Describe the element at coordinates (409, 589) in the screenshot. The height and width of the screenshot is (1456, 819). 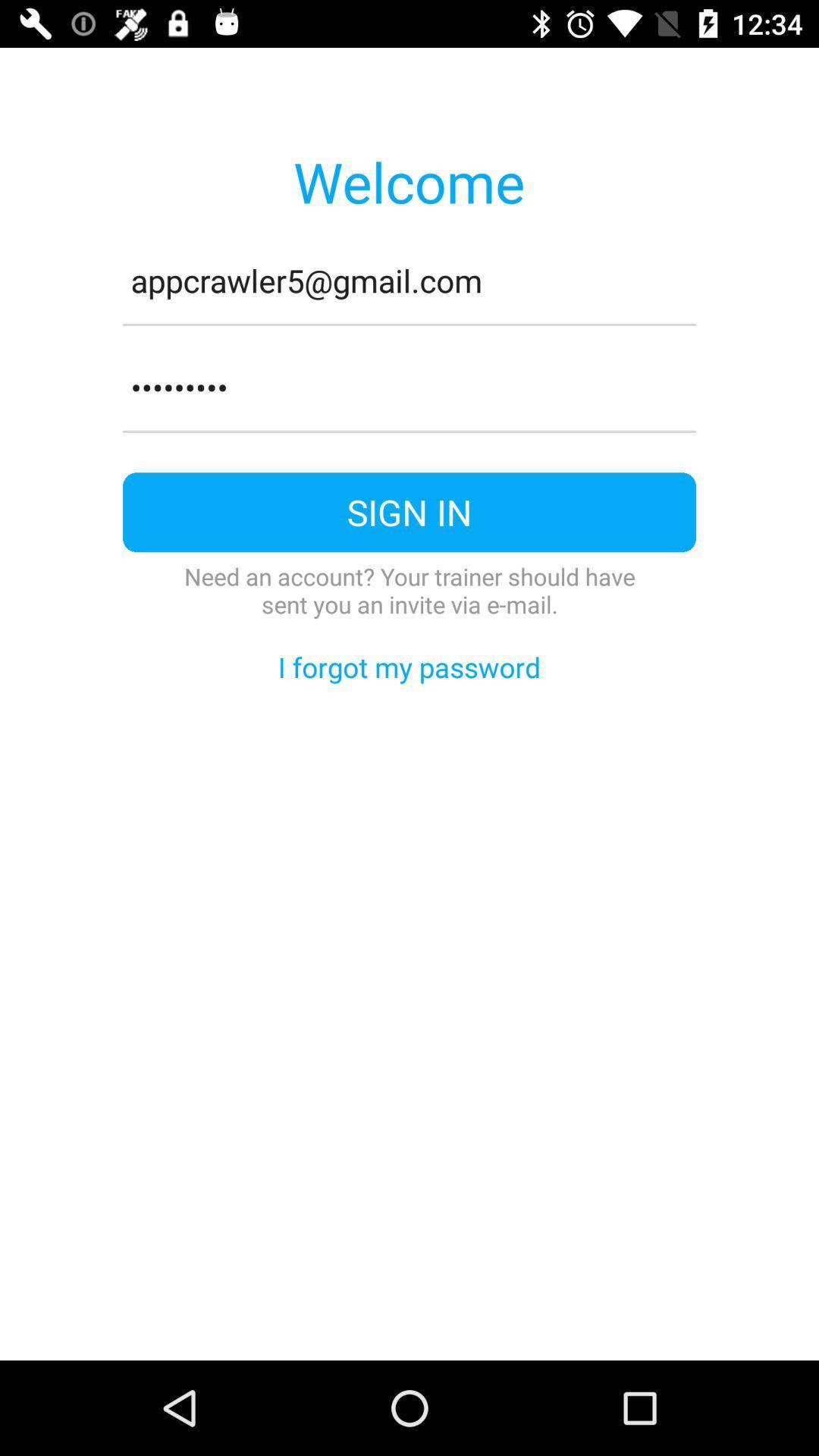
I see `the need an account icon` at that location.